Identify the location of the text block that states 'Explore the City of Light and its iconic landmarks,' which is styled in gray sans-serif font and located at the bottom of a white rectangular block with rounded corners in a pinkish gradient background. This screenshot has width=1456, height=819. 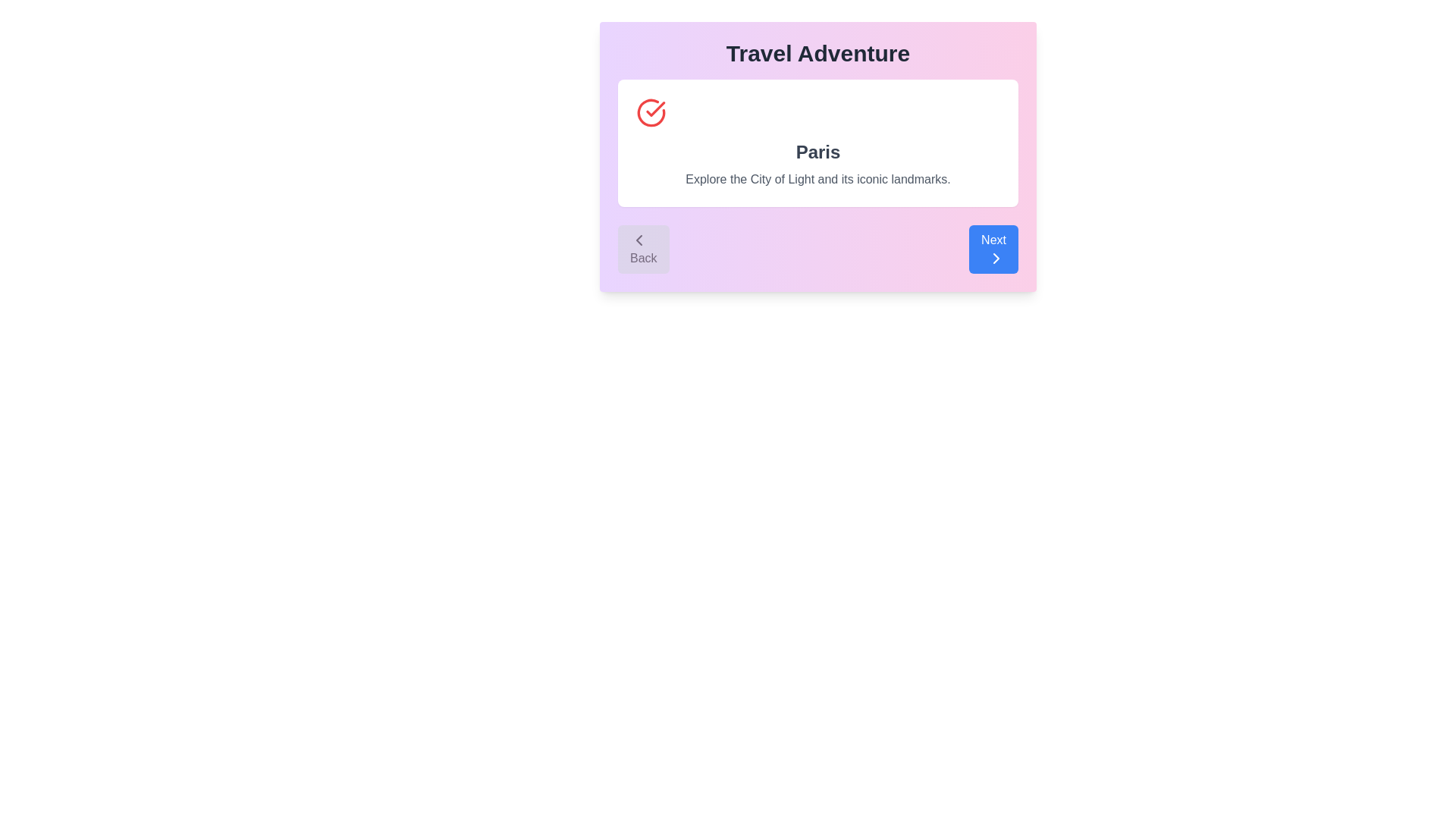
(817, 178).